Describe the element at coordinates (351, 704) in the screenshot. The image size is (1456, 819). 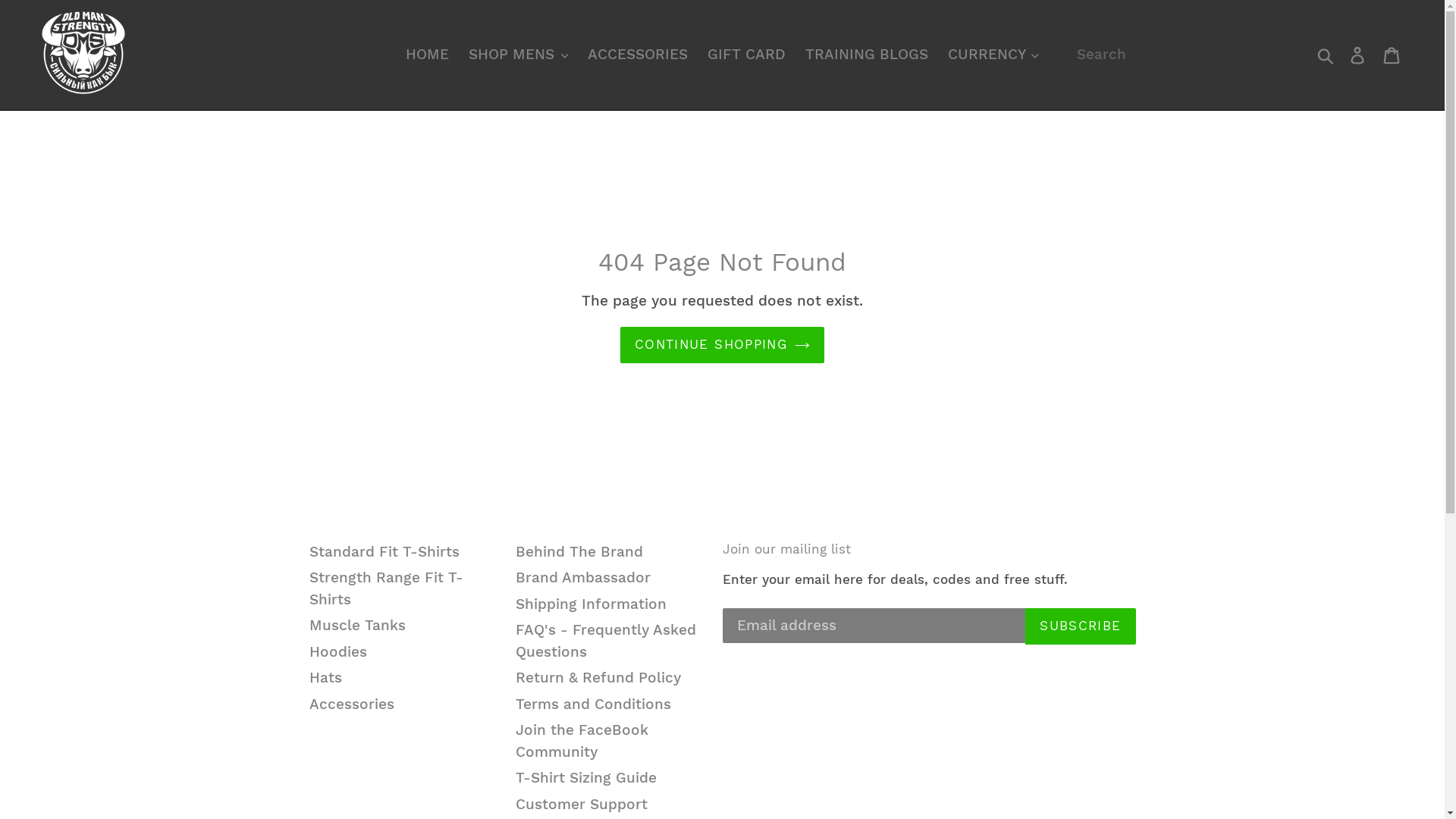
I see `'Accessories'` at that location.